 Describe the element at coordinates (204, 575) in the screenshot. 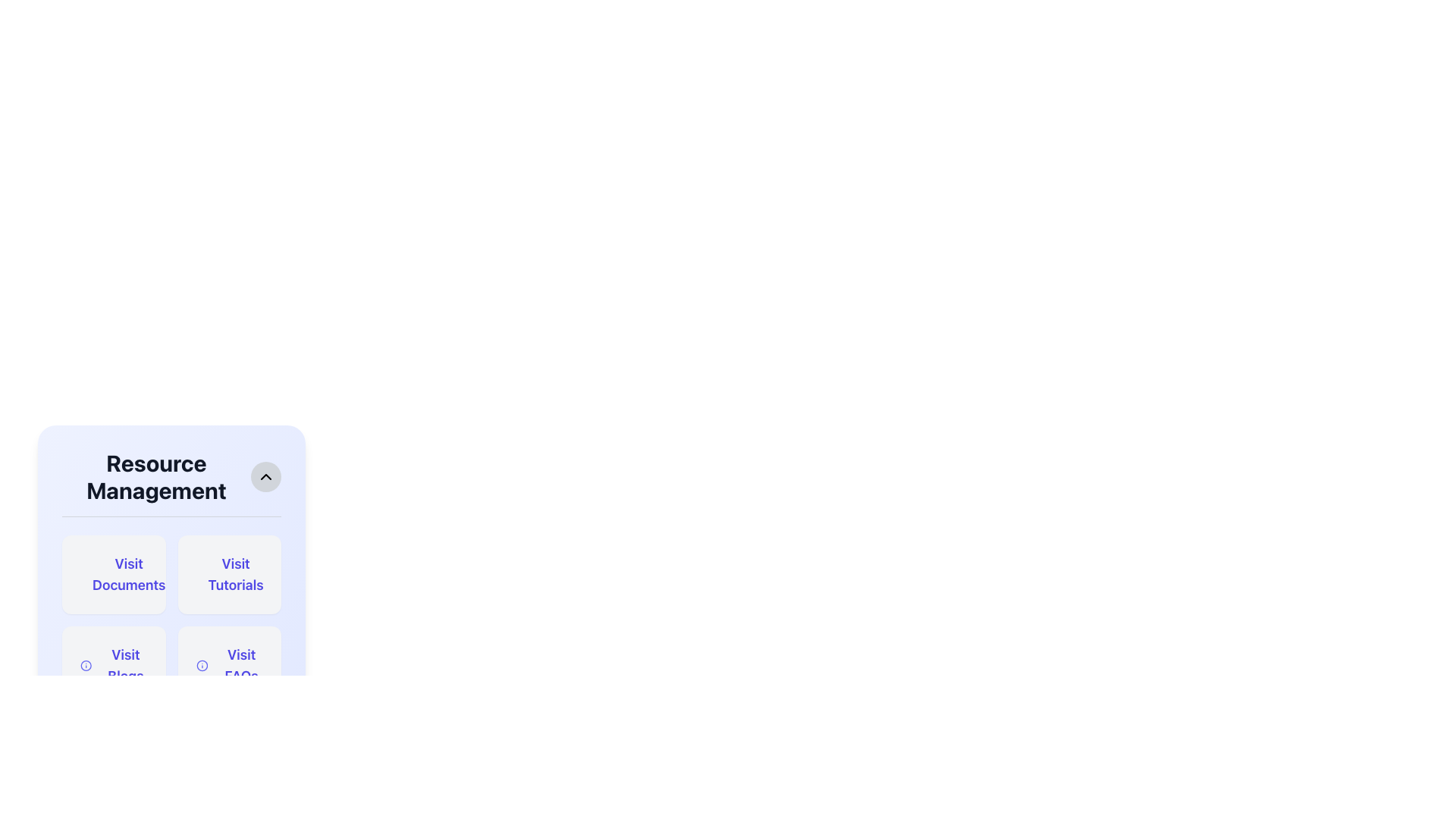

I see `the decorative icon, which is a circular shape located in the second box of the top row in the 2x2 grid layout under the 'Resource Management' section` at that location.